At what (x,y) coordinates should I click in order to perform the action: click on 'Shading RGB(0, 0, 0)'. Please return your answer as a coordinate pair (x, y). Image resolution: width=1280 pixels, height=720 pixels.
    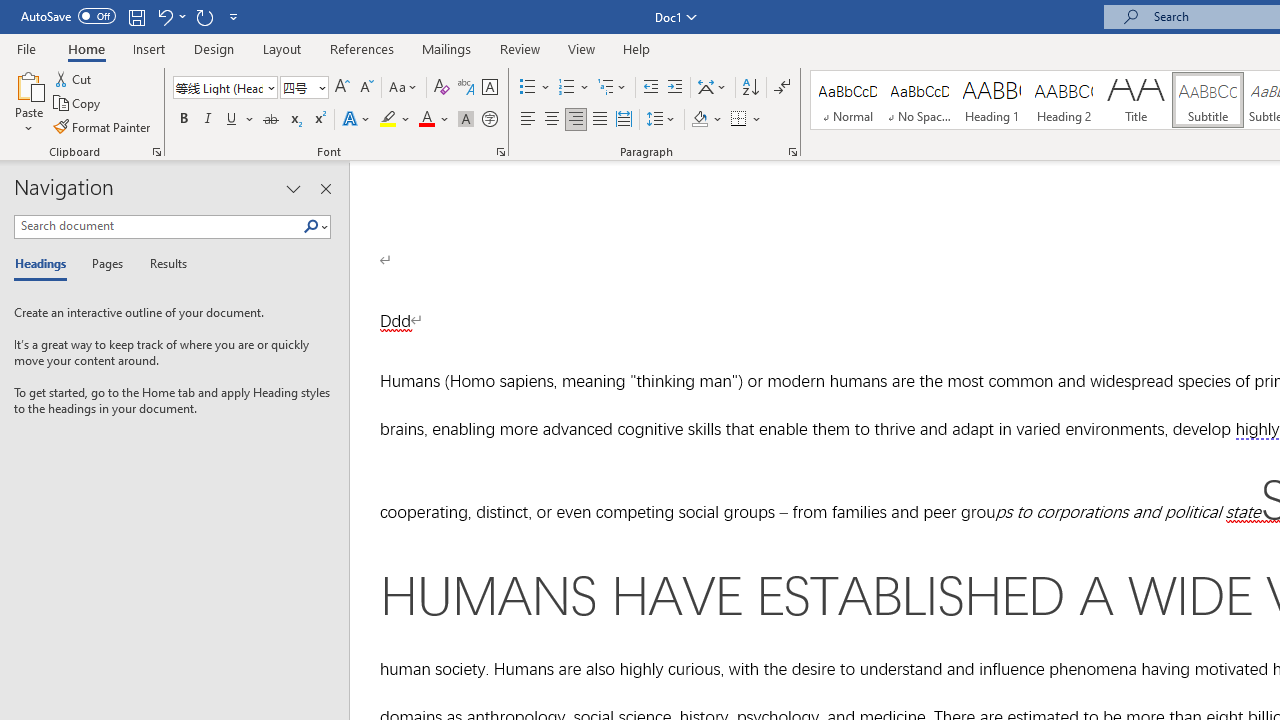
    Looking at the image, I should click on (699, 119).